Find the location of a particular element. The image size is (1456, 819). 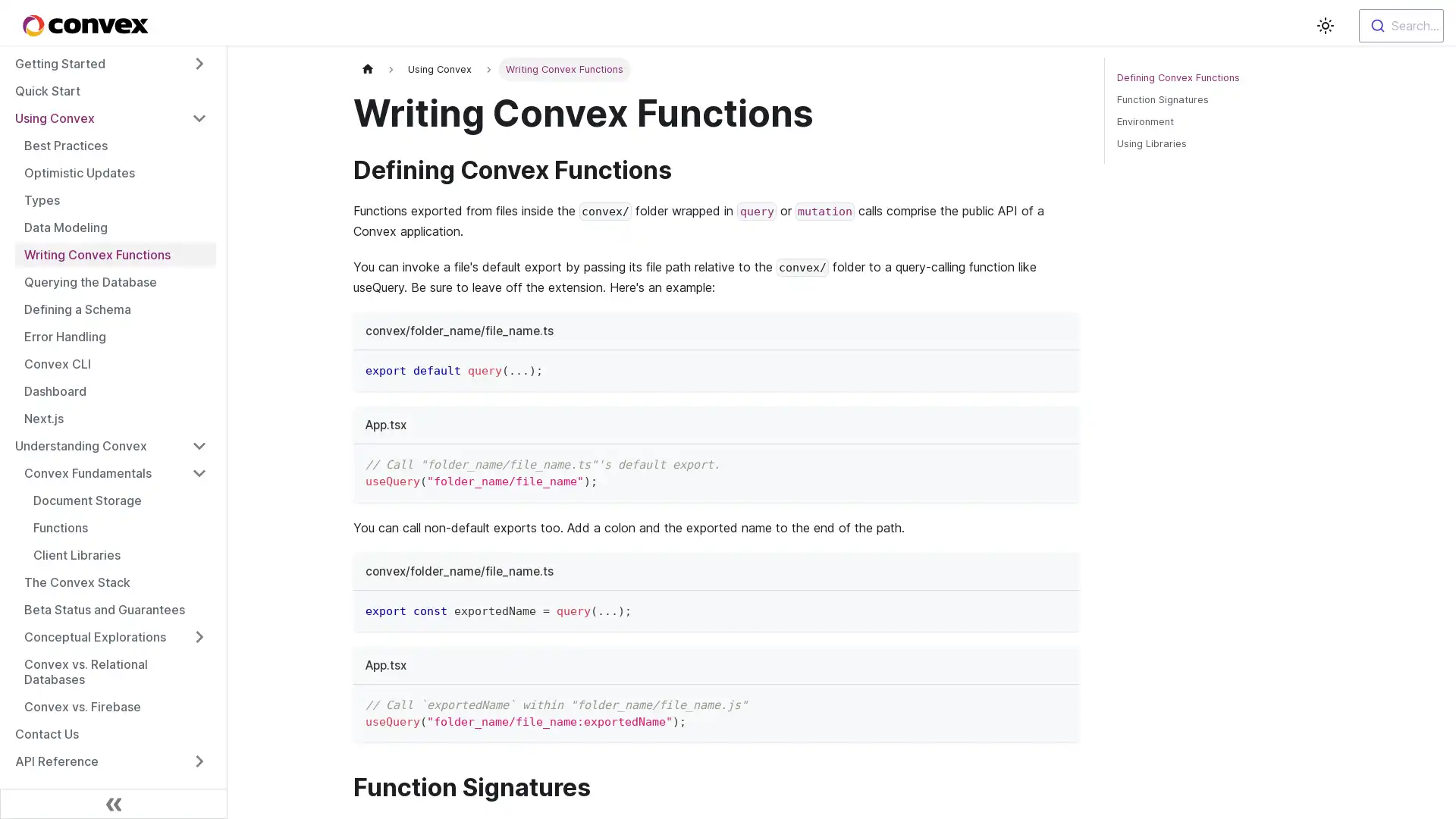

Copy code to clipboard is located at coordinates (1060, 369).